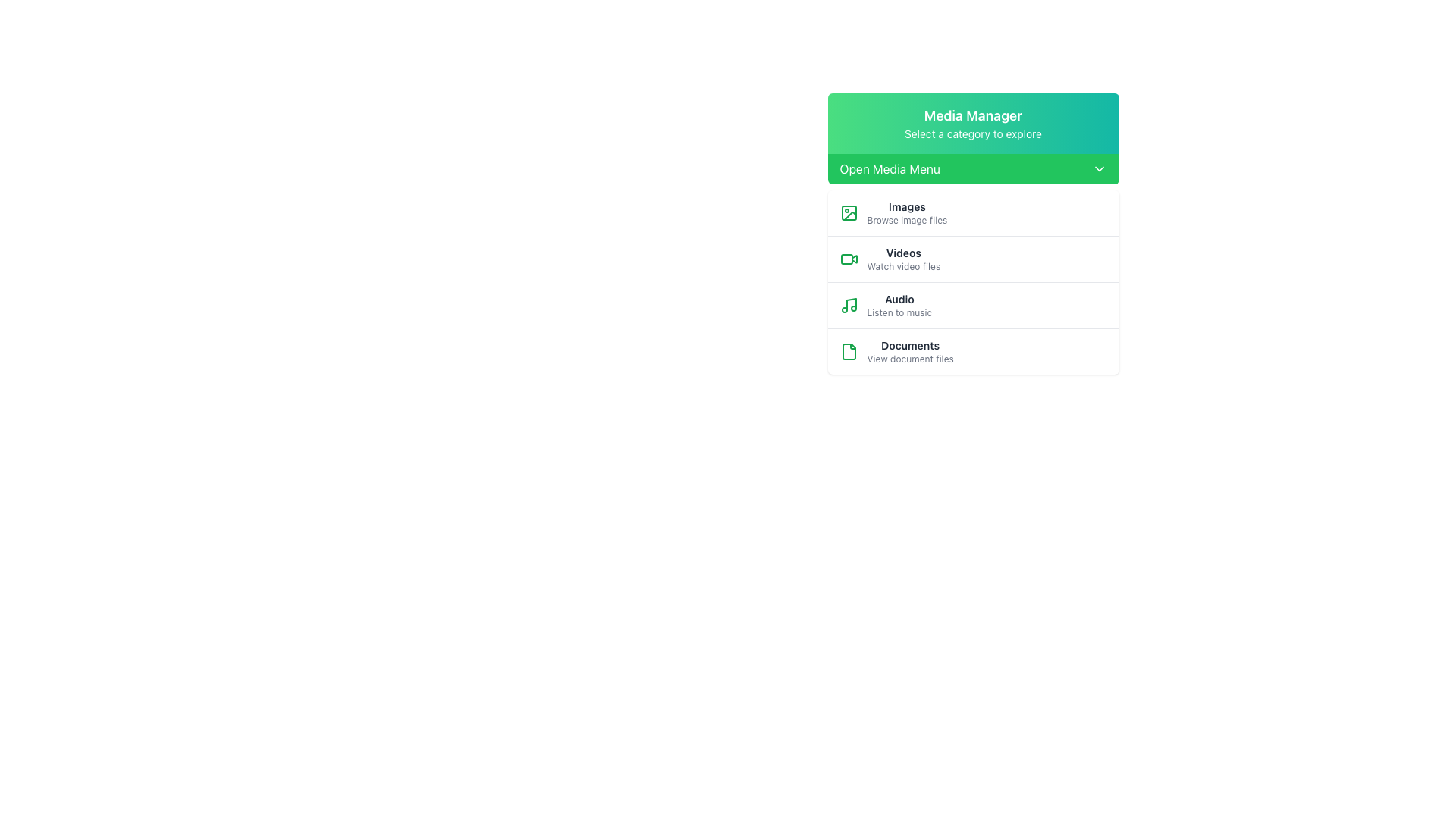 The height and width of the screenshot is (819, 1456). Describe the element at coordinates (973, 305) in the screenshot. I see `the third option in the vertical list of categories` at that location.